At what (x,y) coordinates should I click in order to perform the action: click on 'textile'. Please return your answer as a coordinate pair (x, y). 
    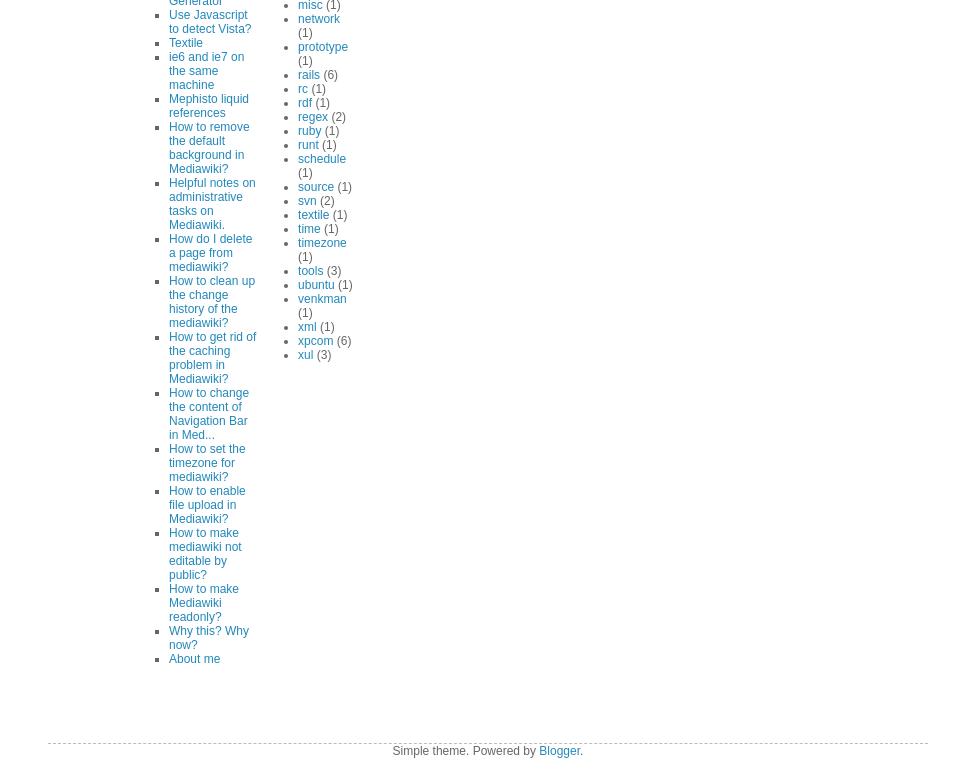
    Looking at the image, I should click on (297, 214).